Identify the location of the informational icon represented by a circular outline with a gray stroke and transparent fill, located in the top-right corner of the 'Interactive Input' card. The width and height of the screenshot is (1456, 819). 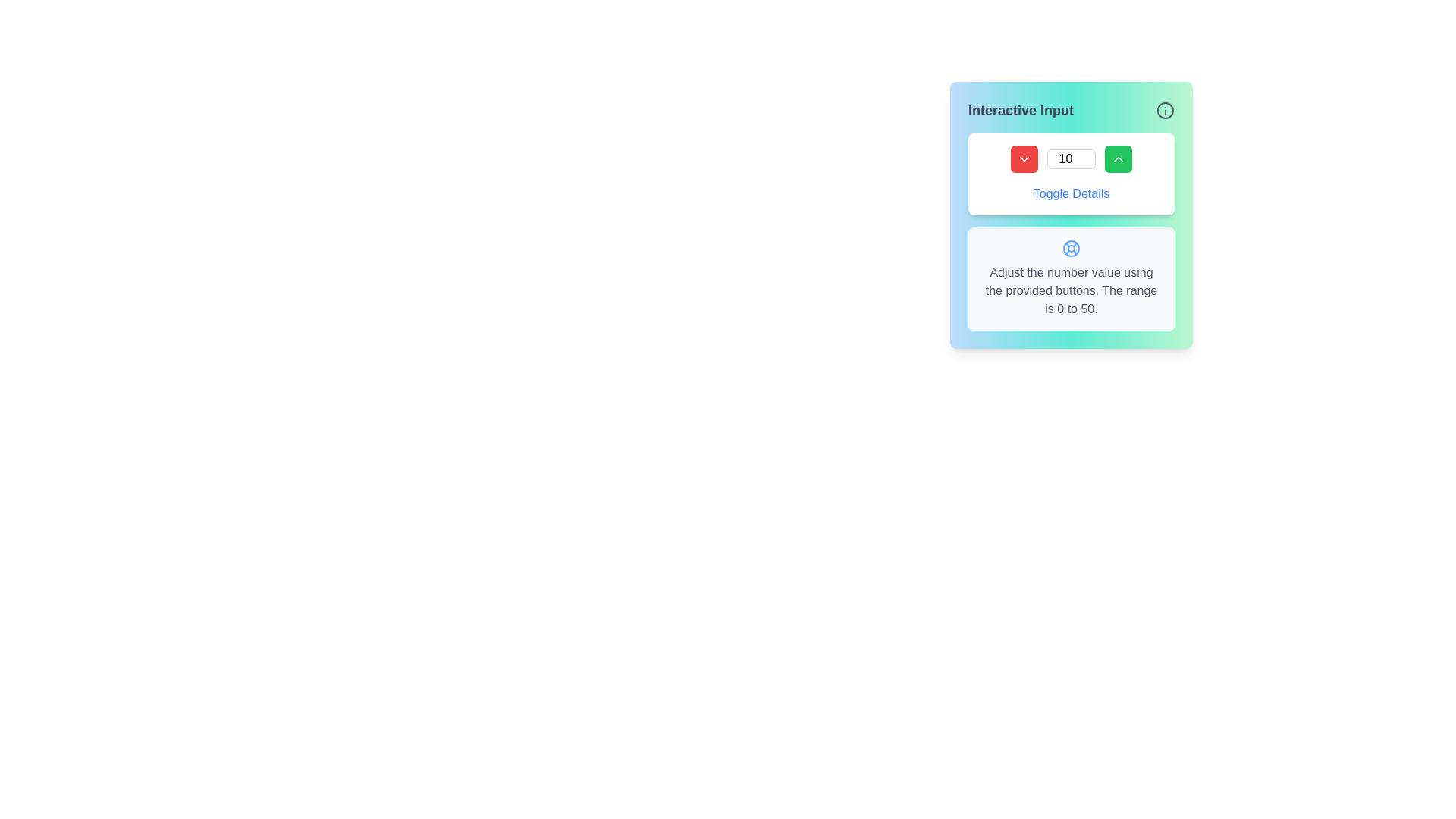
(1164, 110).